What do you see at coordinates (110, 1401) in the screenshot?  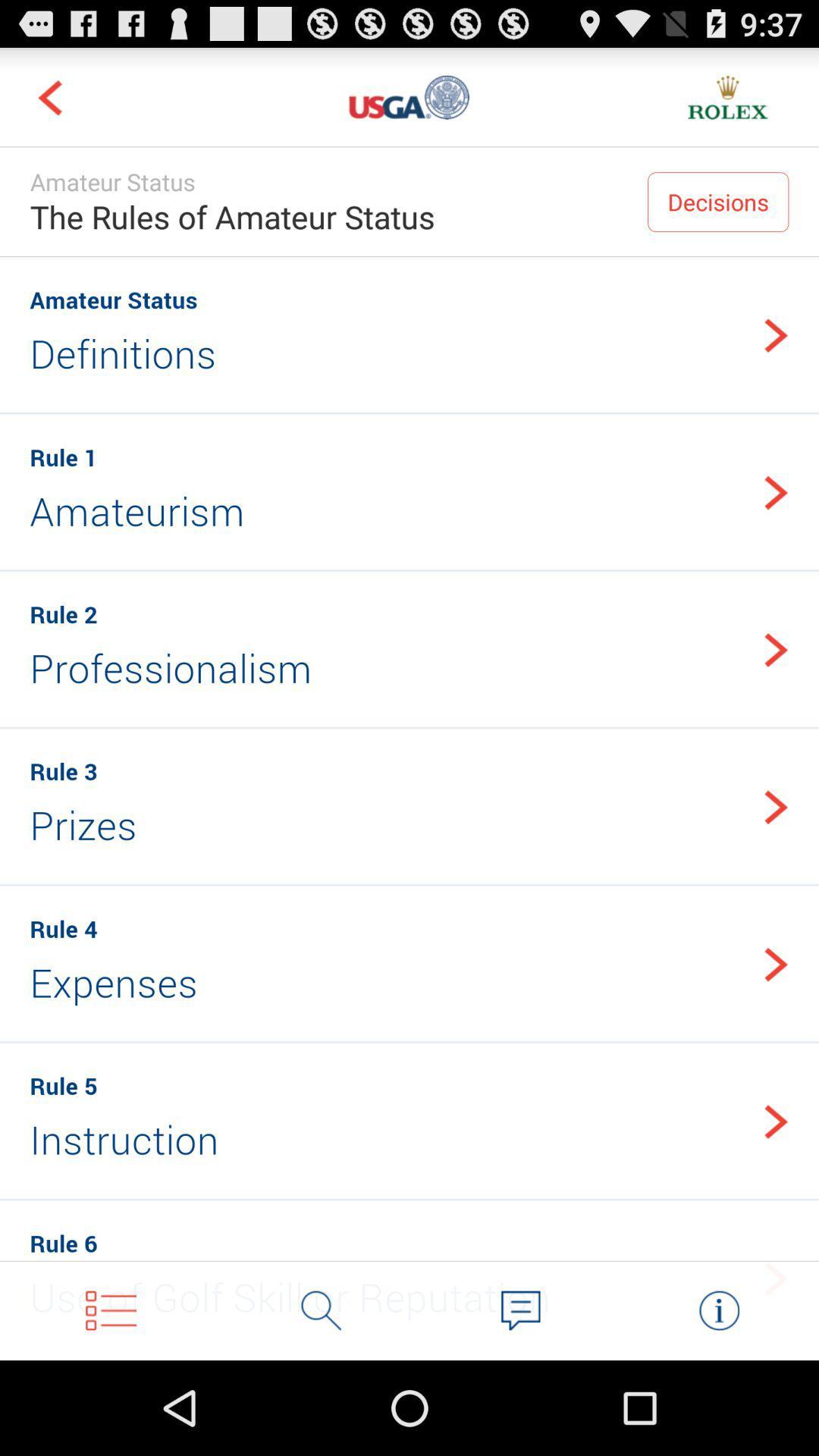 I see `the list icon` at bounding box center [110, 1401].